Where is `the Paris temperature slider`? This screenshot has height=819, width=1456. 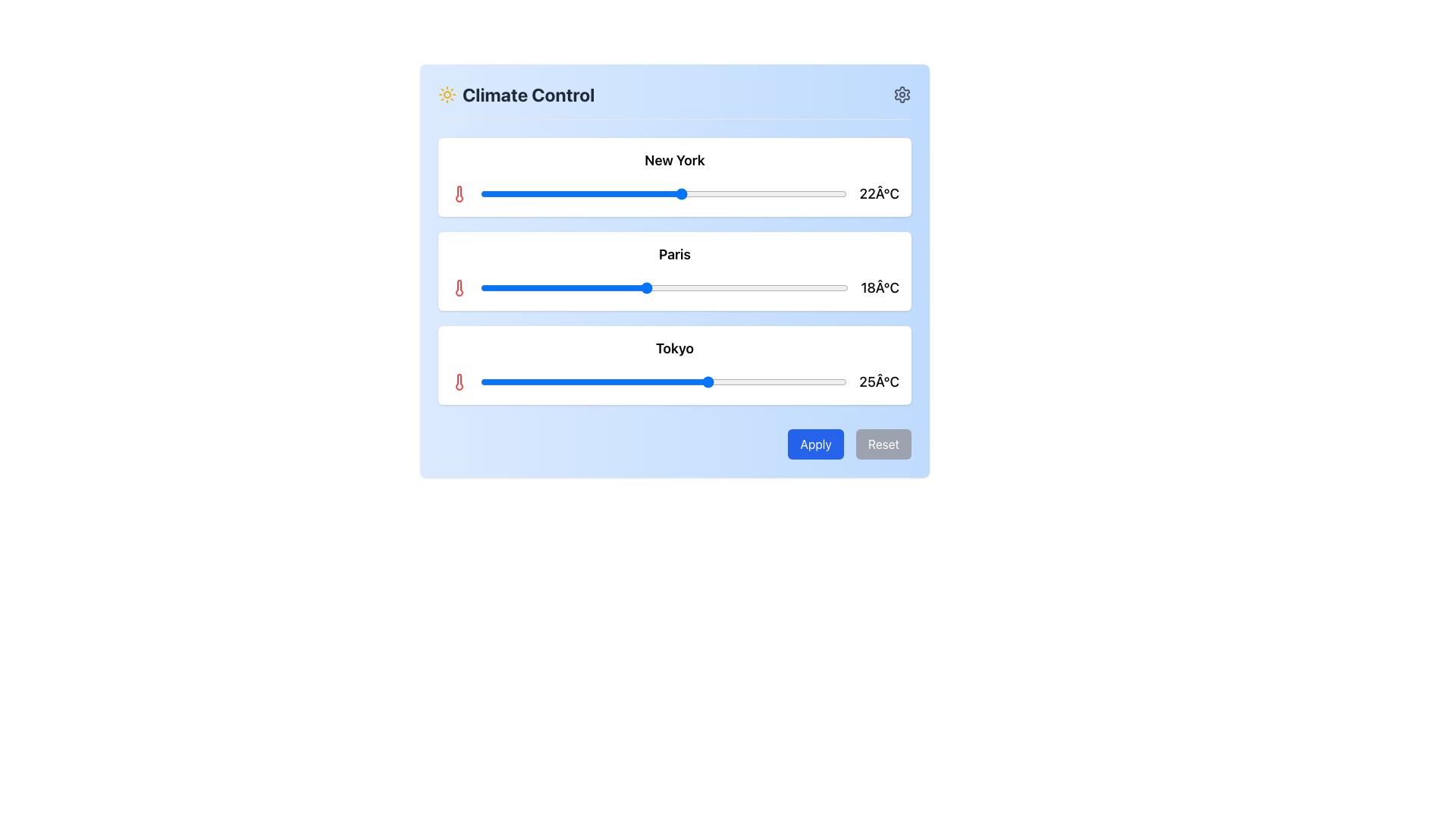 the Paris temperature slider is located at coordinates (784, 288).